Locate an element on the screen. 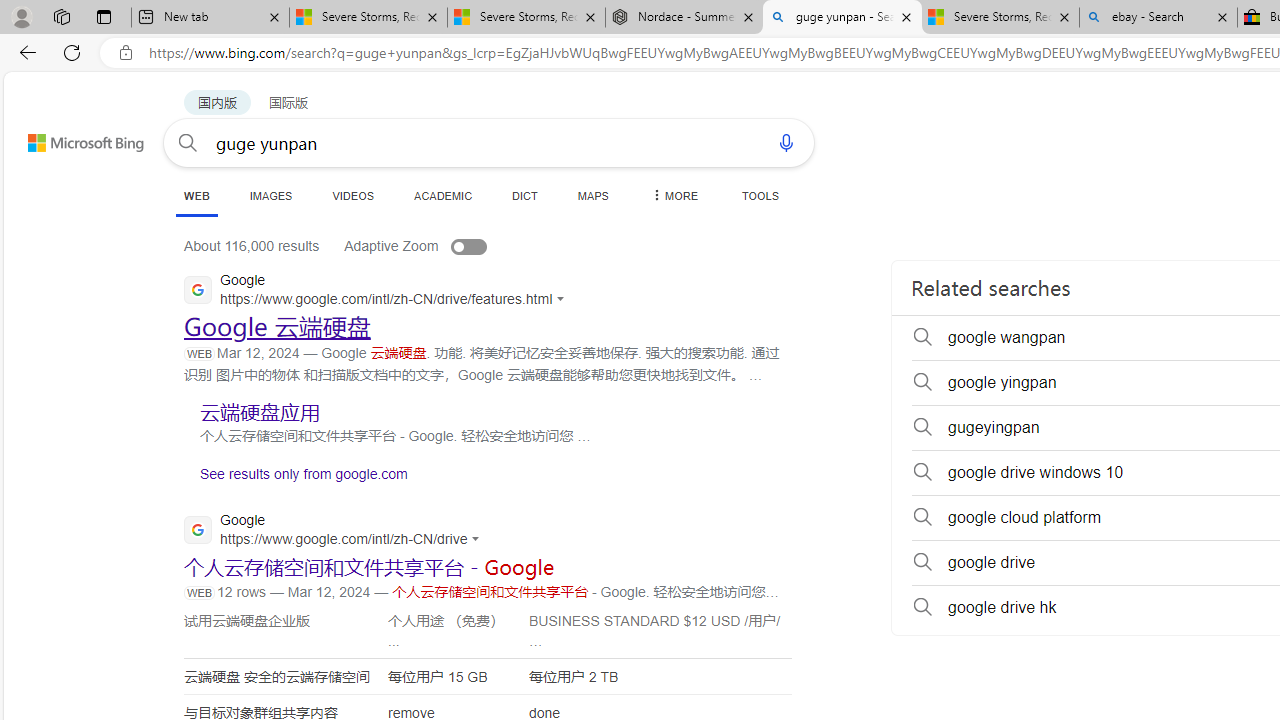 The width and height of the screenshot is (1280, 720). 'Back to Bing search' is located at coordinates (73, 137).